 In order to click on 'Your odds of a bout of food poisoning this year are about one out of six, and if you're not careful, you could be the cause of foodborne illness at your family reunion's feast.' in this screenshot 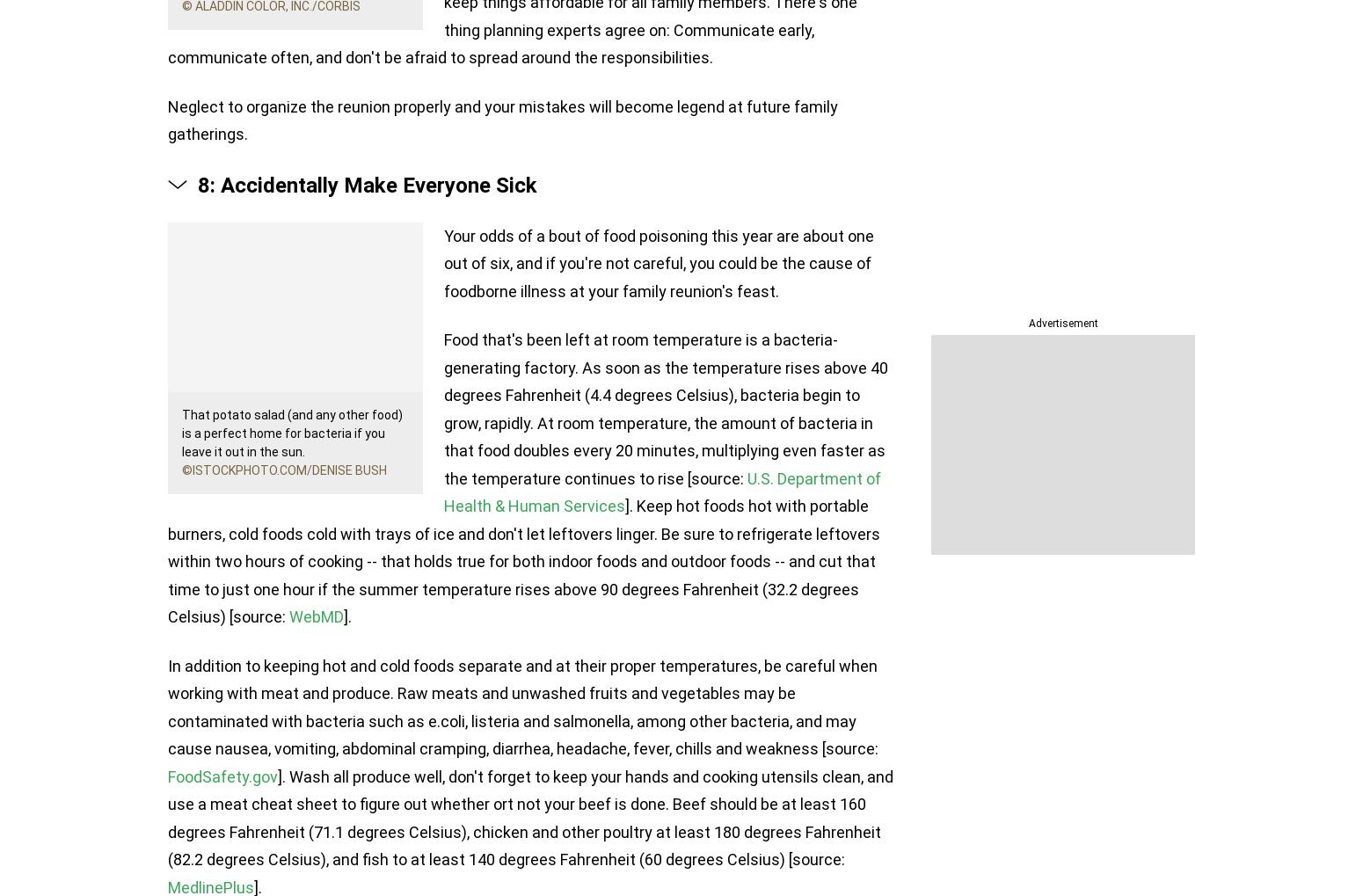, I will do `click(659, 261)`.